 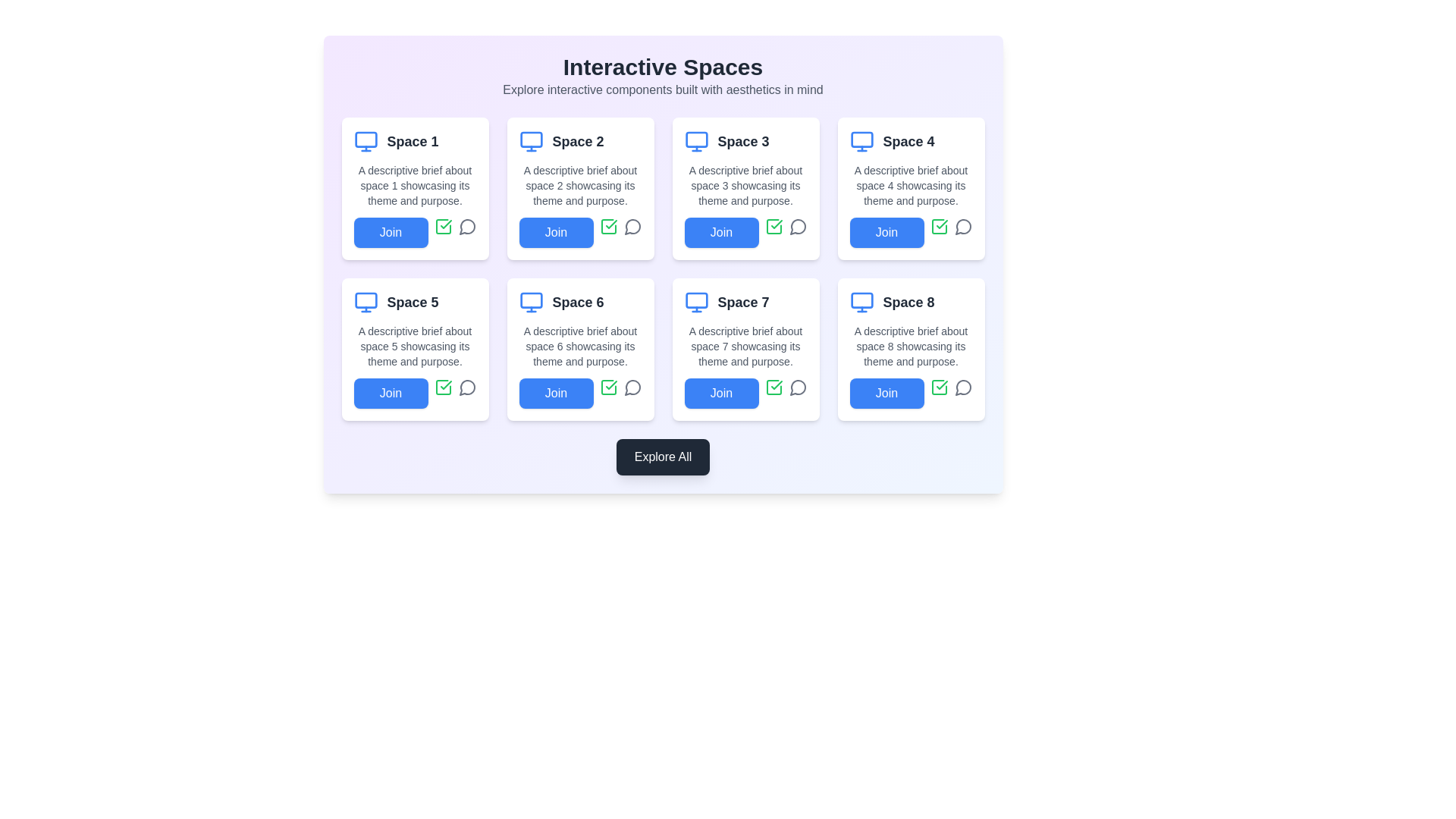 What do you see at coordinates (720, 393) in the screenshot?
I see `the blue 'Join' button with rounded corners located in the bottom section of the 'Space 7' card to observe a potential styling change` at bounding box center [720, 393].